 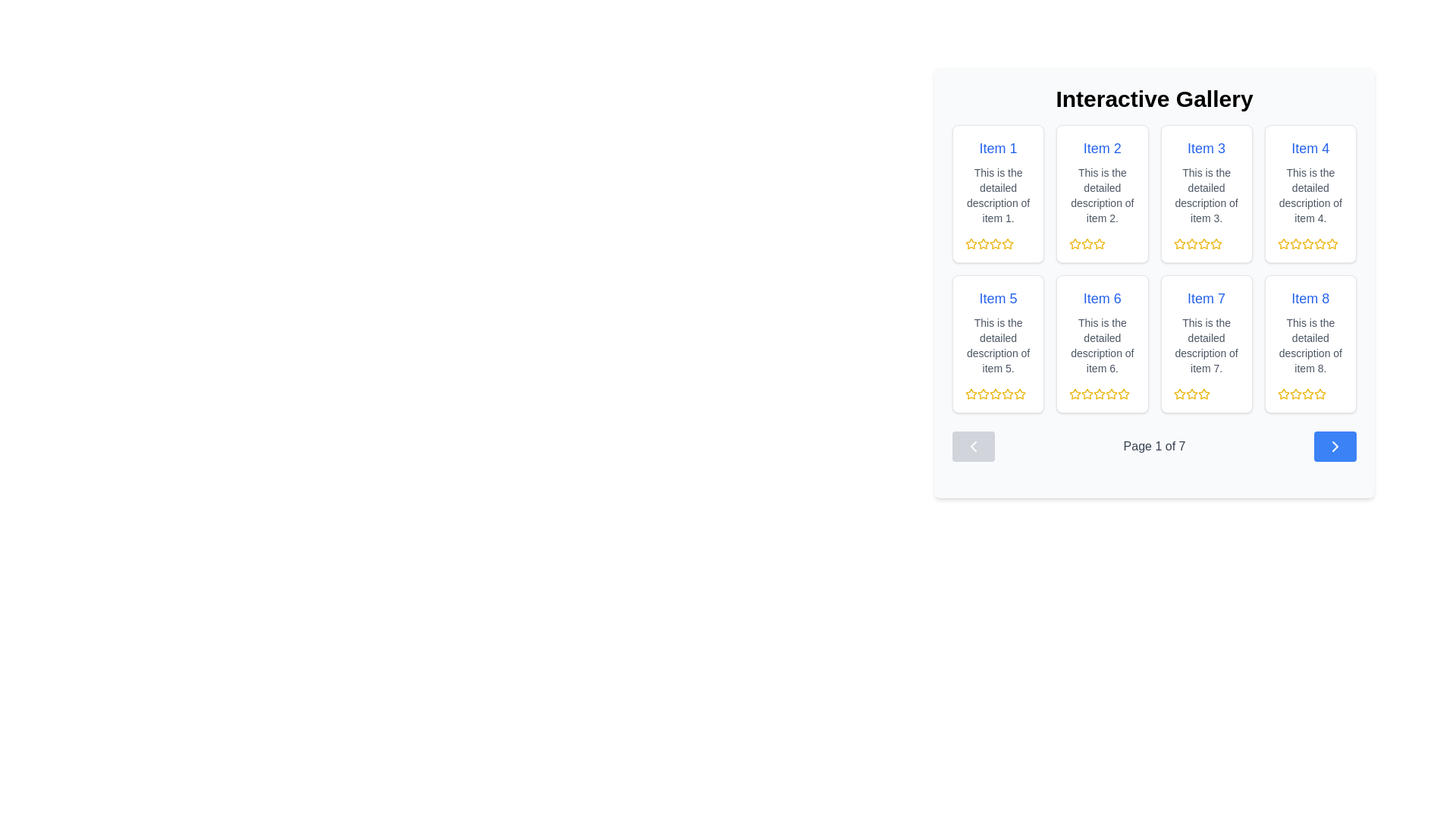 I want to click on the third star icon in the row of five stars beneath 'Item 8', so click(x=1294, y=394).